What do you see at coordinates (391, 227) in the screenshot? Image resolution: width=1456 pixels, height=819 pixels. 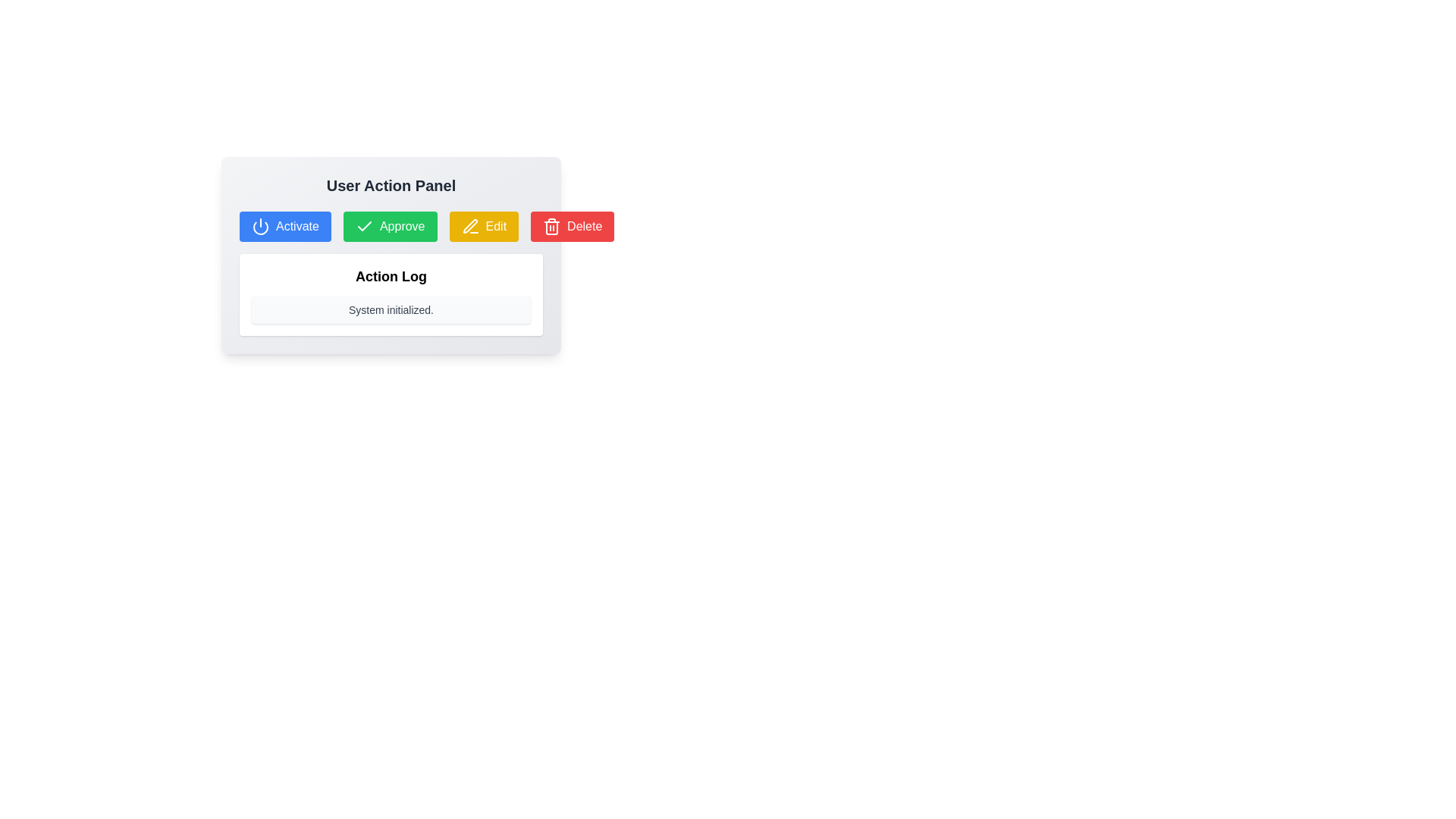 I see `the green 'Approve' button with a check icon, which is the second button in the row of four buttons in the 'User Action Panel' section` at bounding box center [391, 227].